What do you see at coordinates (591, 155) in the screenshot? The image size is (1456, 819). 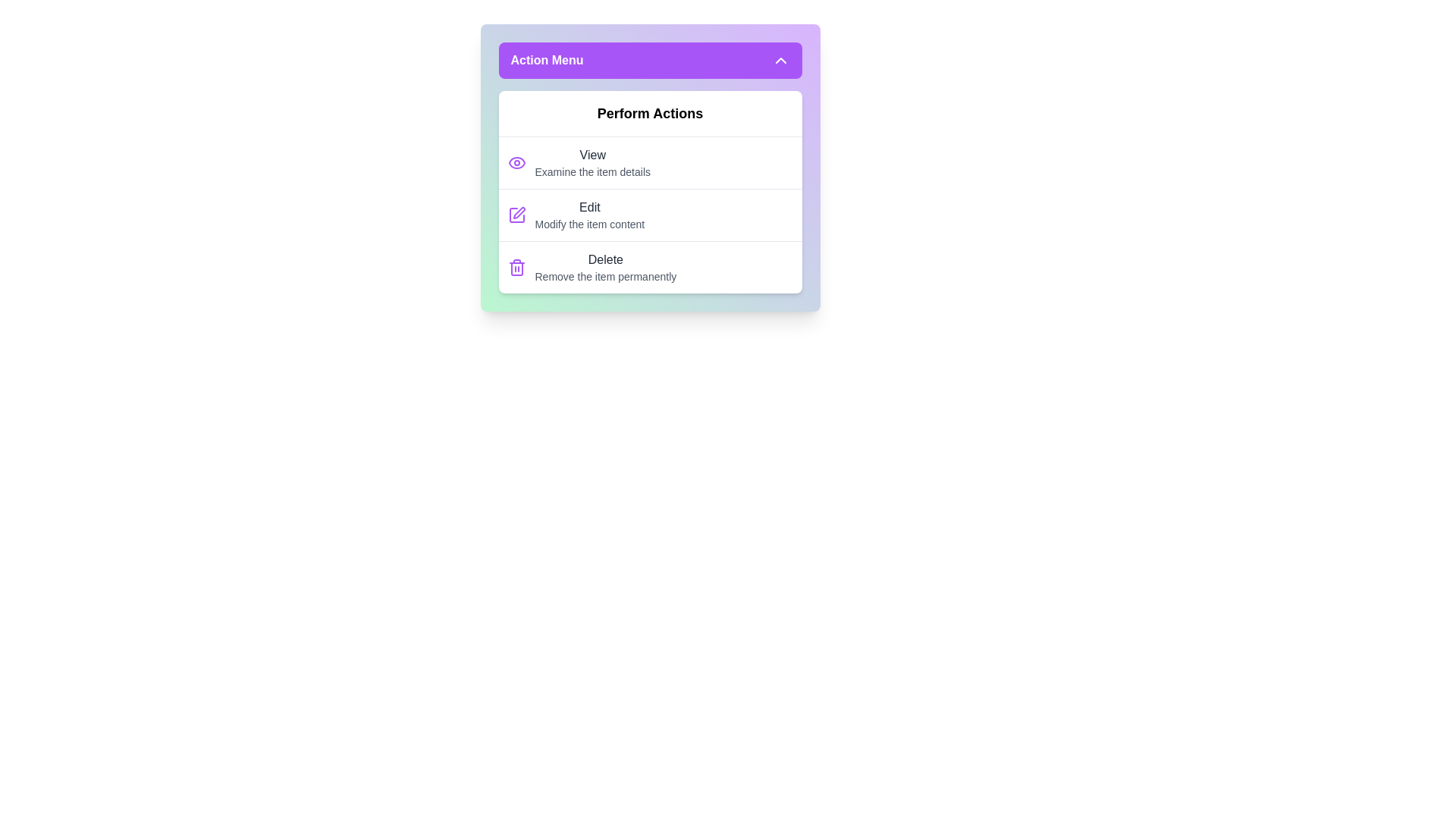 I see `the 'View' action item in the action menu` at bounding box center [591, 155].